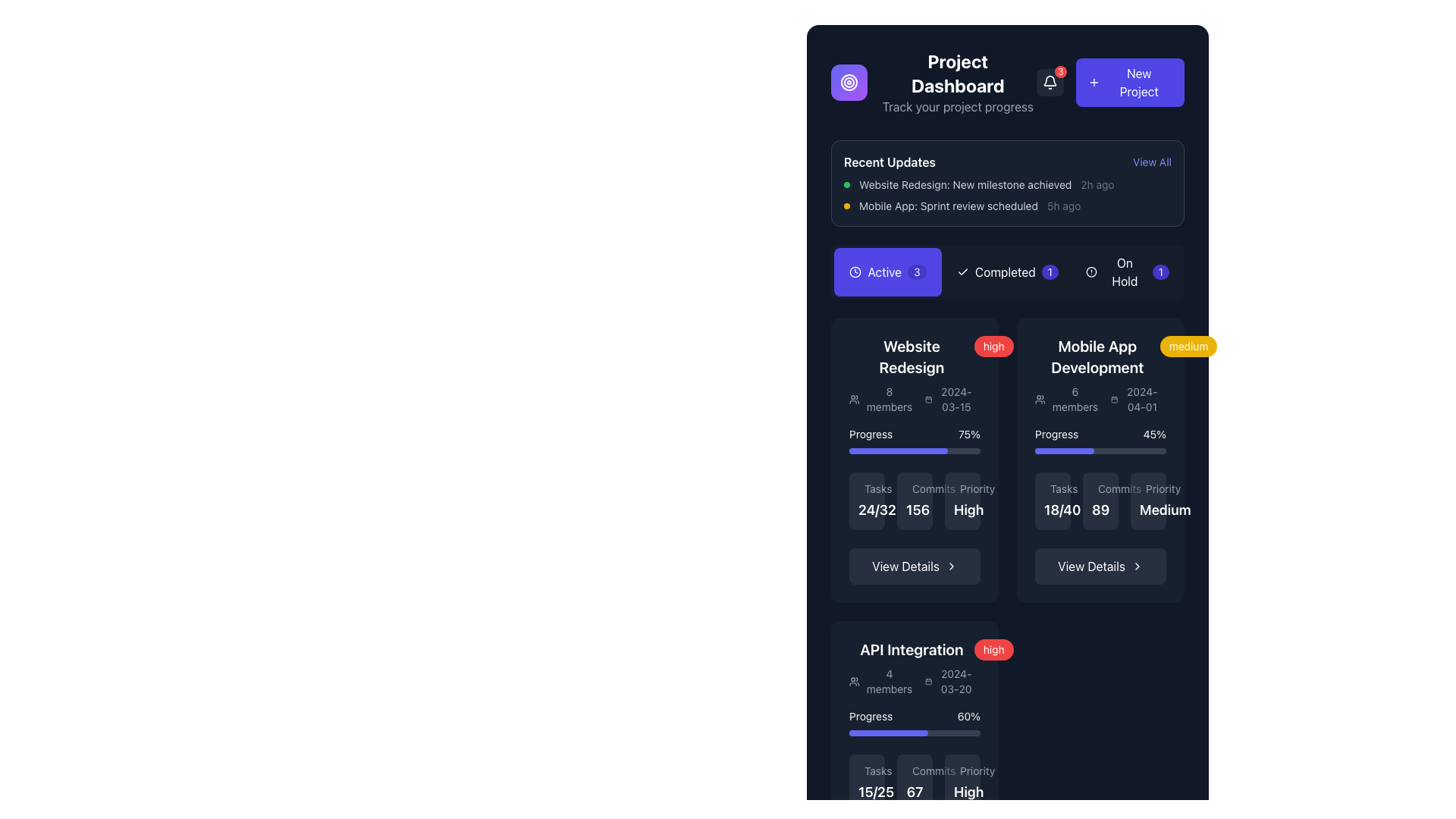 The image size is (1456, 819). I want to click on the second list item in the 'Recent Updates' section, which displays updates or activities with a status indicator and timestamp, so click(1008, 195).